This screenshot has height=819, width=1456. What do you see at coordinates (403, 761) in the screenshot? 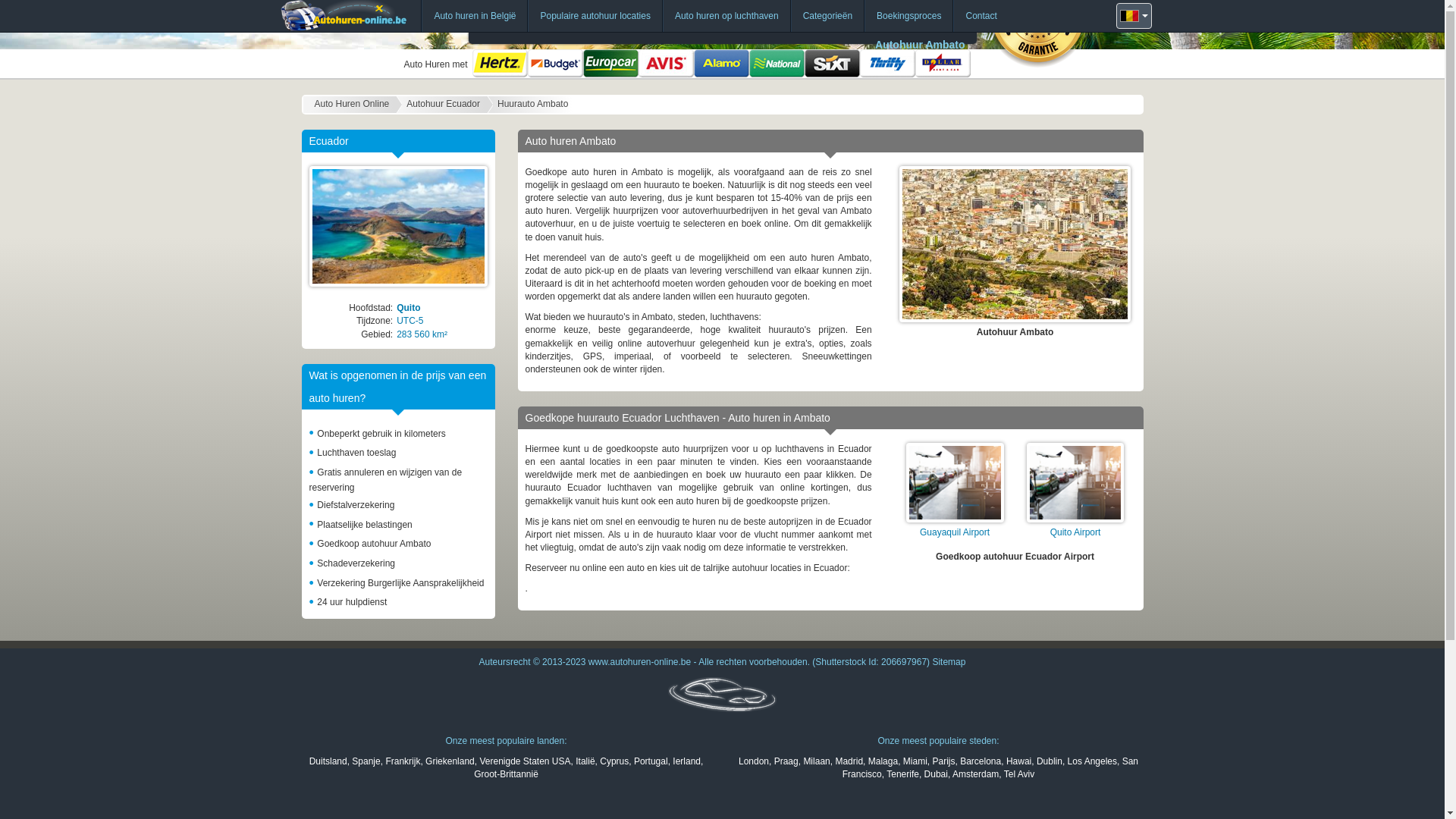
I see `'Frankrijk'` at bounding box center [403, 761].